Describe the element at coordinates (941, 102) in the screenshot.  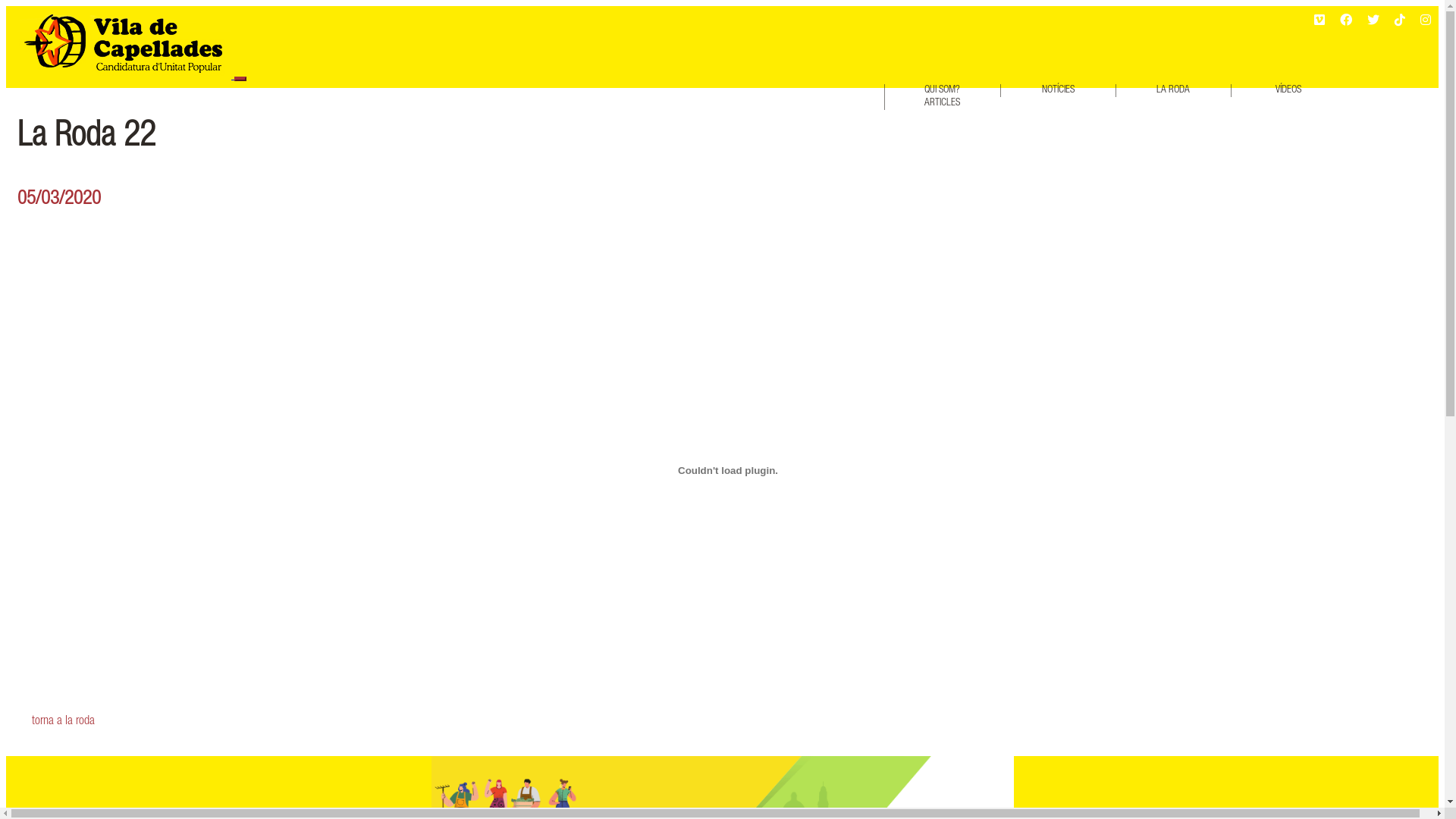
I see `'ARTICLES'` at that location.